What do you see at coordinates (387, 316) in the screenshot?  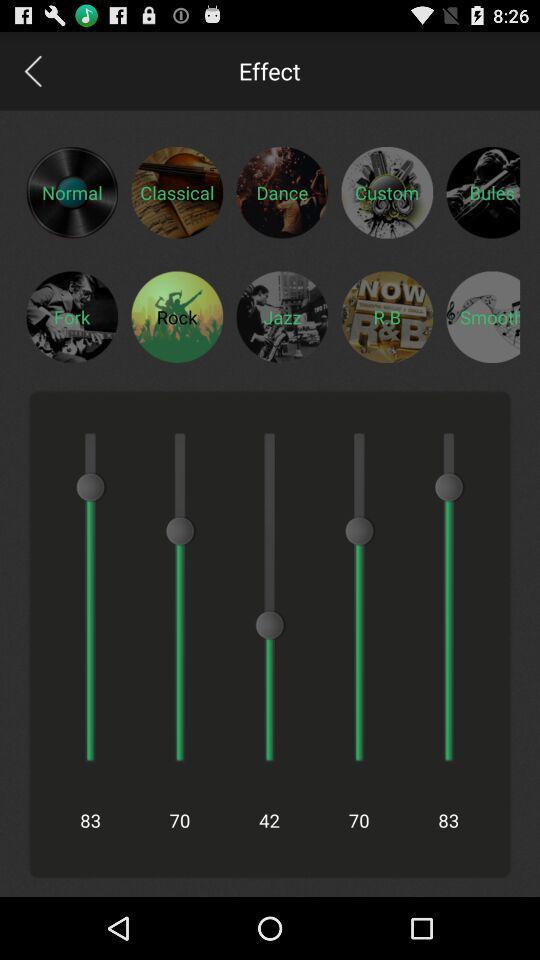 I see `open this playlist` at bounding box center [387, 316].